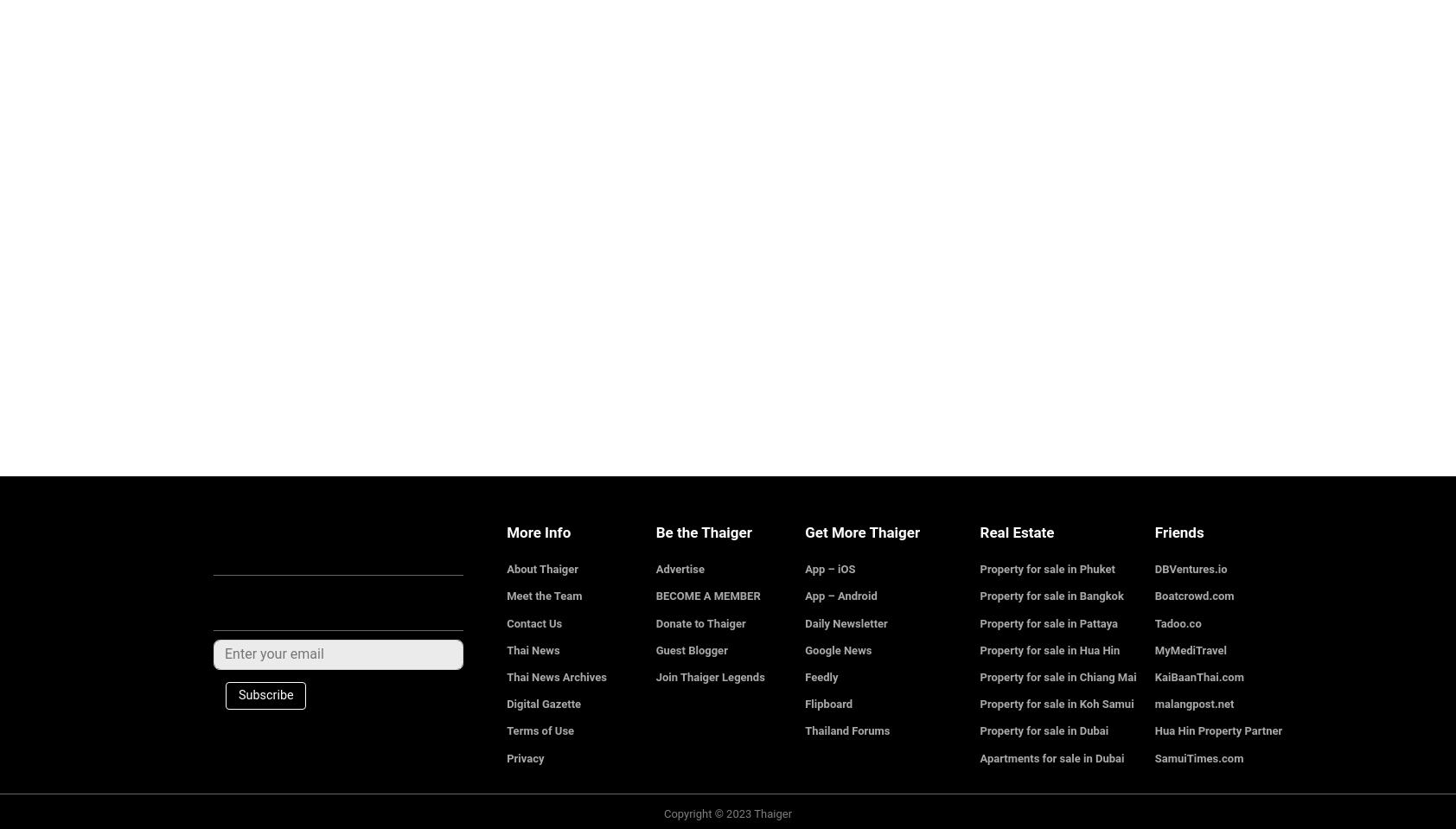 This screenshot has height=829, width=1456. I want to click on 'Be the Thaiger', so click(703, 531).